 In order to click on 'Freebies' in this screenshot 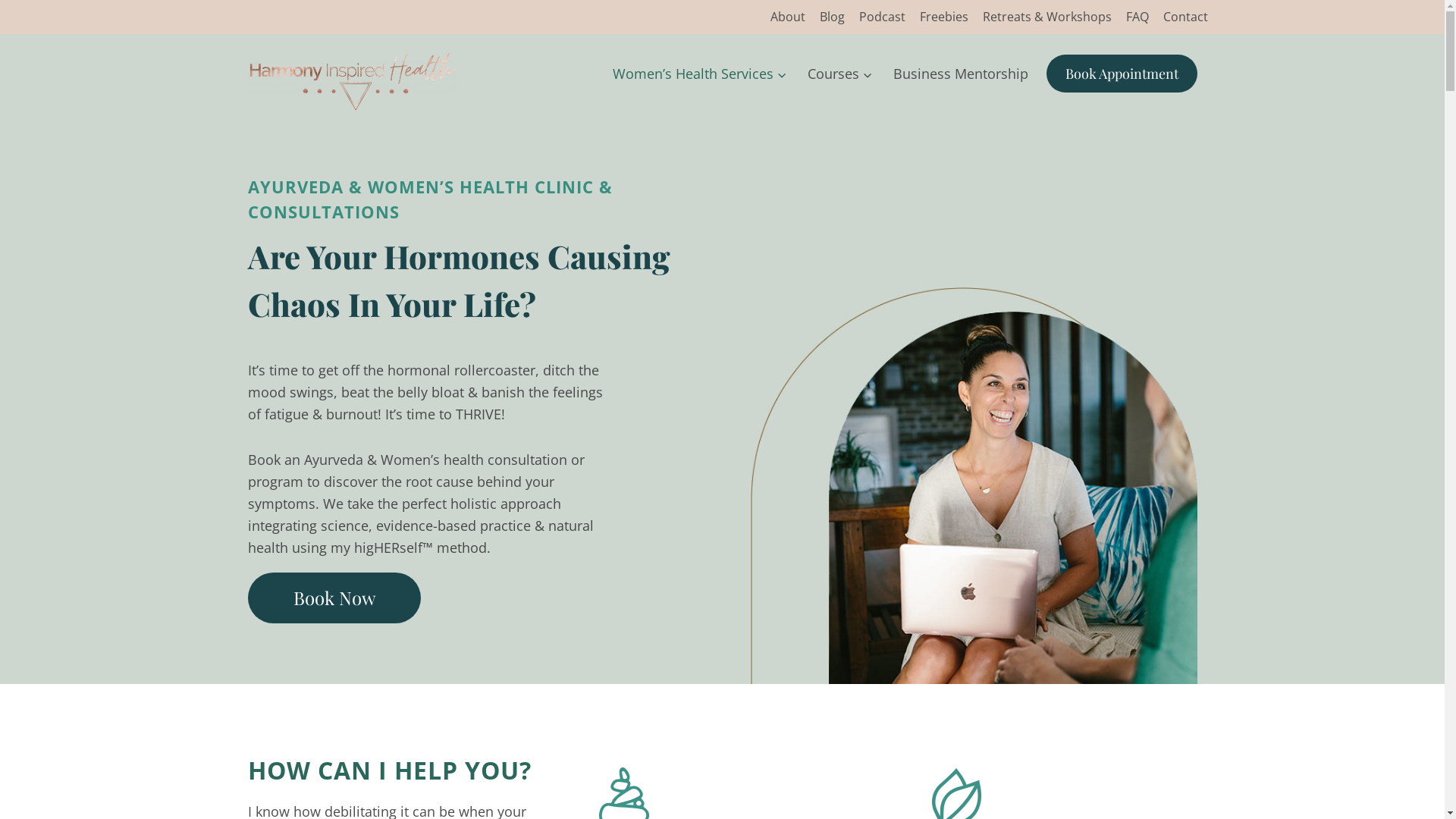, I will do `click(912, 17)`.